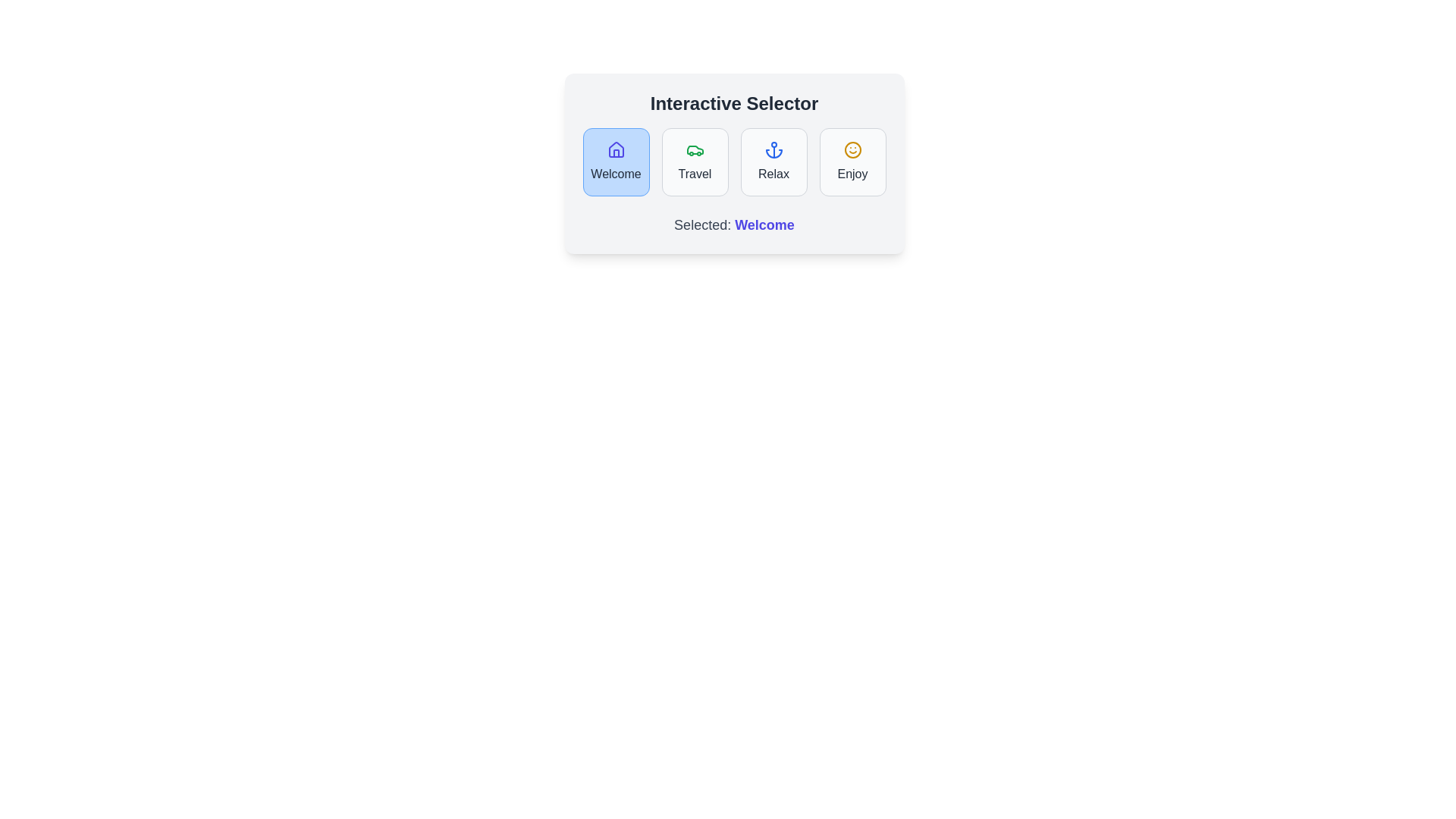  What do you see at coordinates (773, 174) in the screenshot?
I see `the text label indicating the purpose of the 'Relax' button, which is located below the anchor icon in the third button from the left in a horizontal row of four buttons` at bounding box center [773, 174].